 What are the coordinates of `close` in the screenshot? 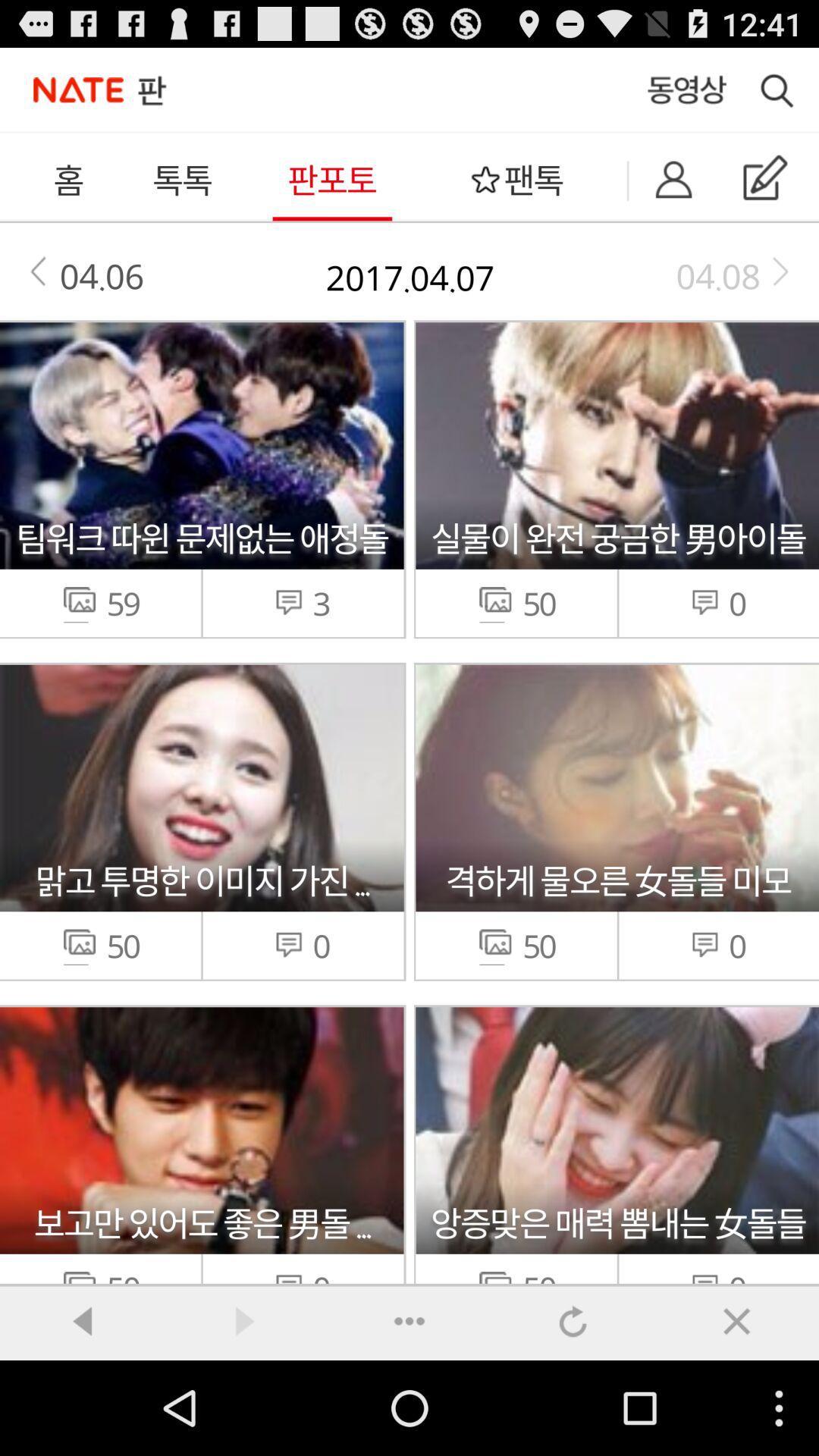 It's located at (736, 1320).